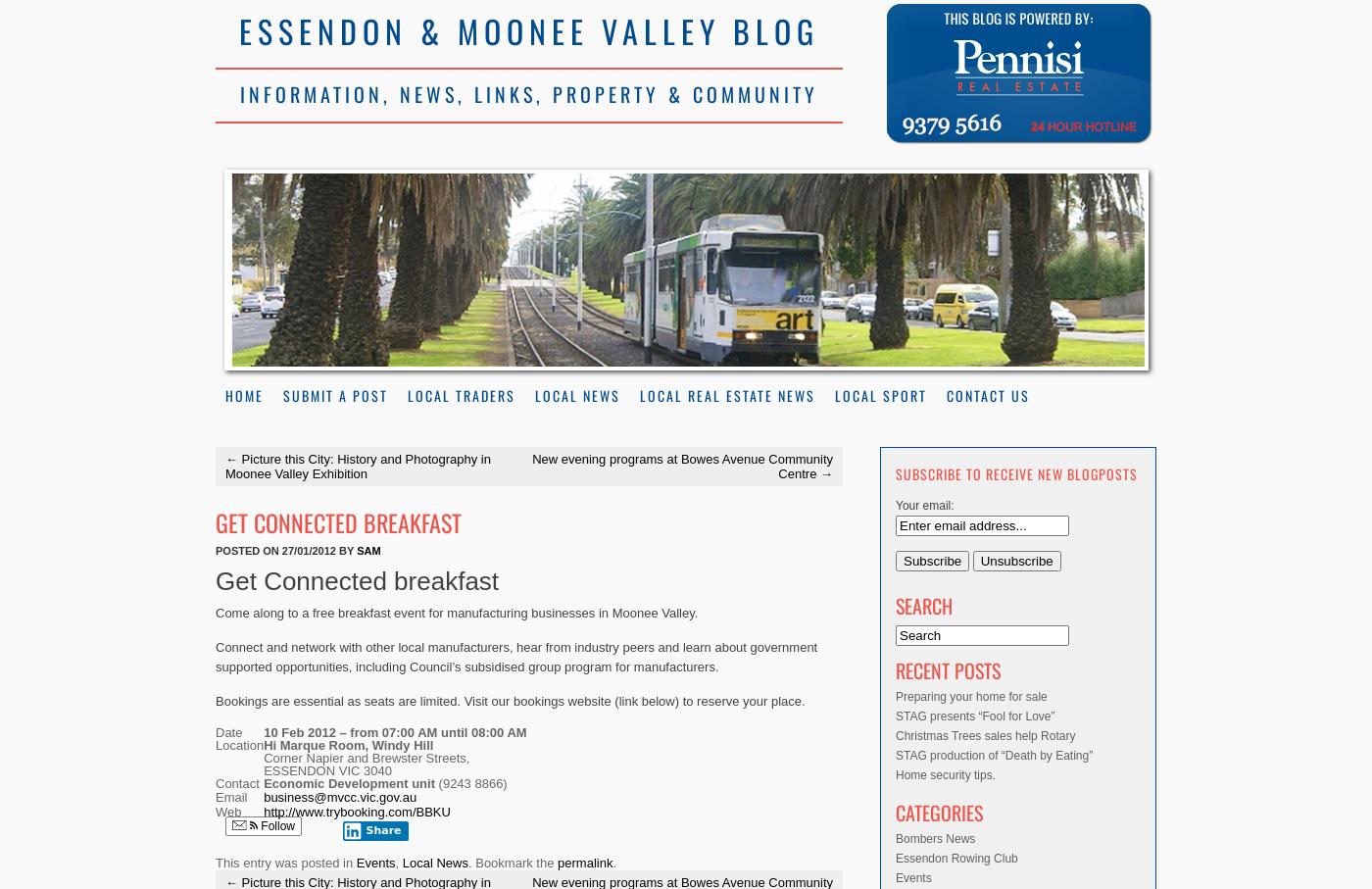  I want to click on '. Bookmark the', so click(513, 862).